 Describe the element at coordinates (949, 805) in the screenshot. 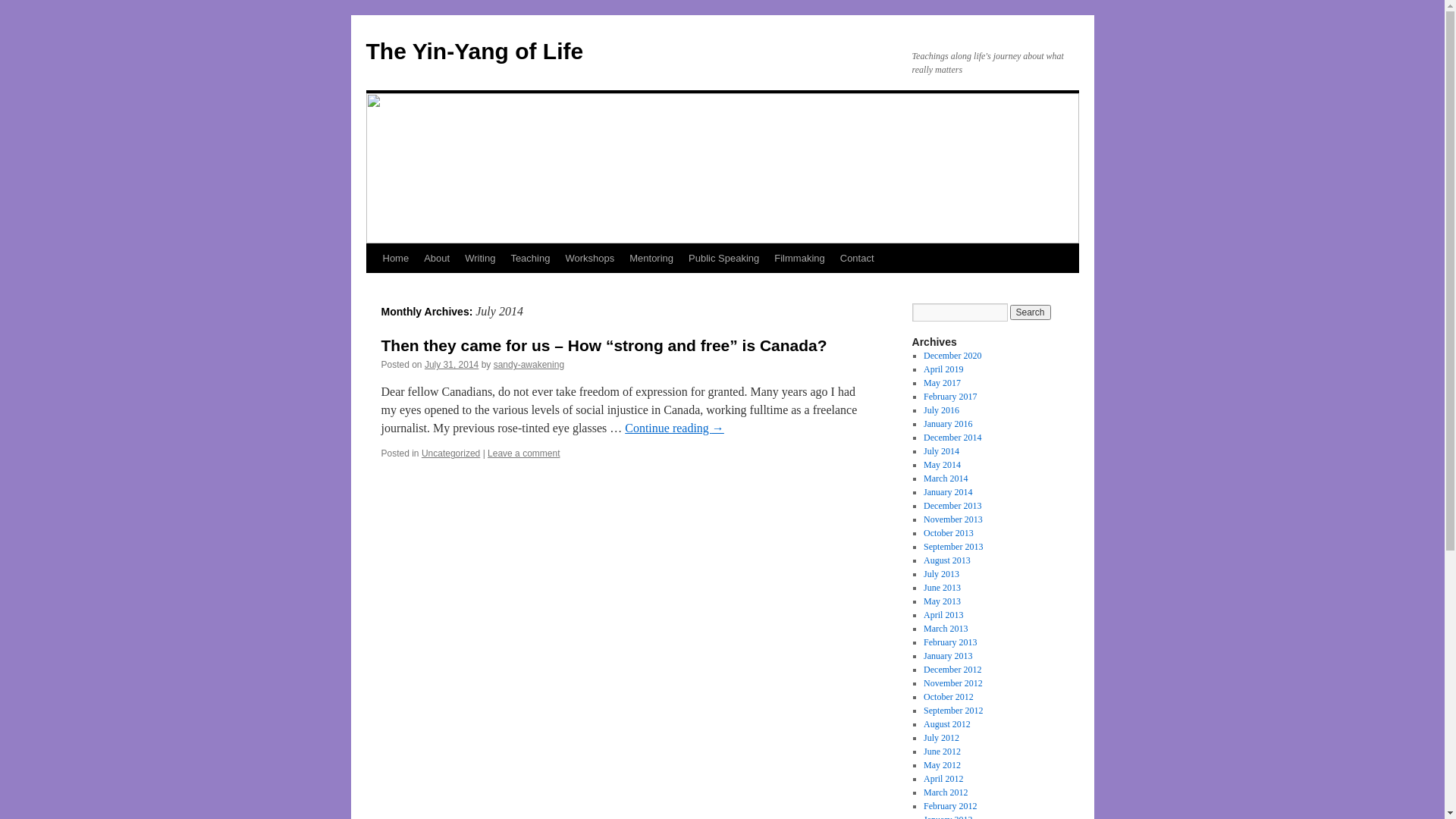

I see `'February 2012'` at that location.